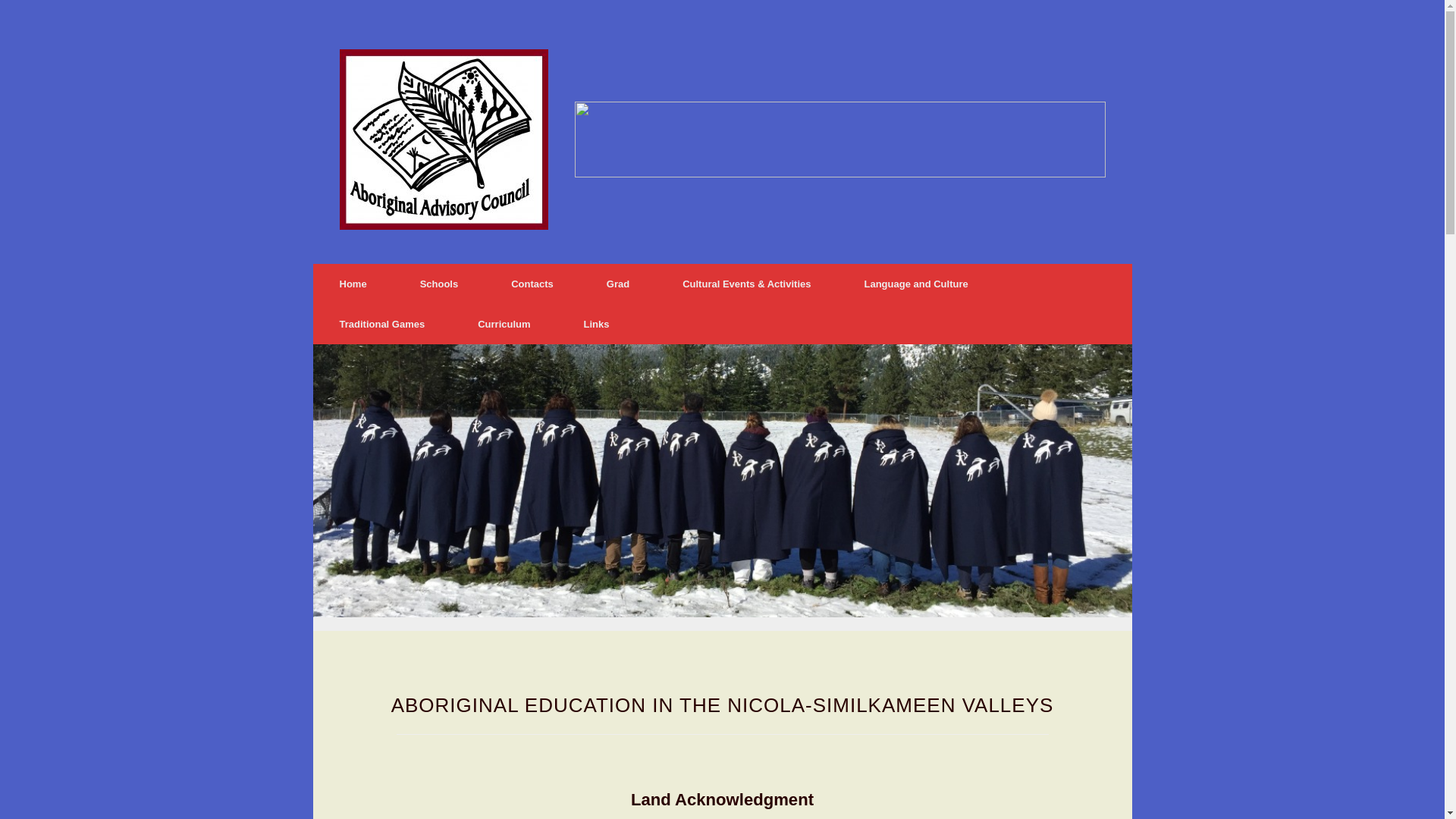 This screenshot has width=1456, height=819. Describe the element at coordinates (596, 323) in the screenshot. I see `'Links'` at that location.